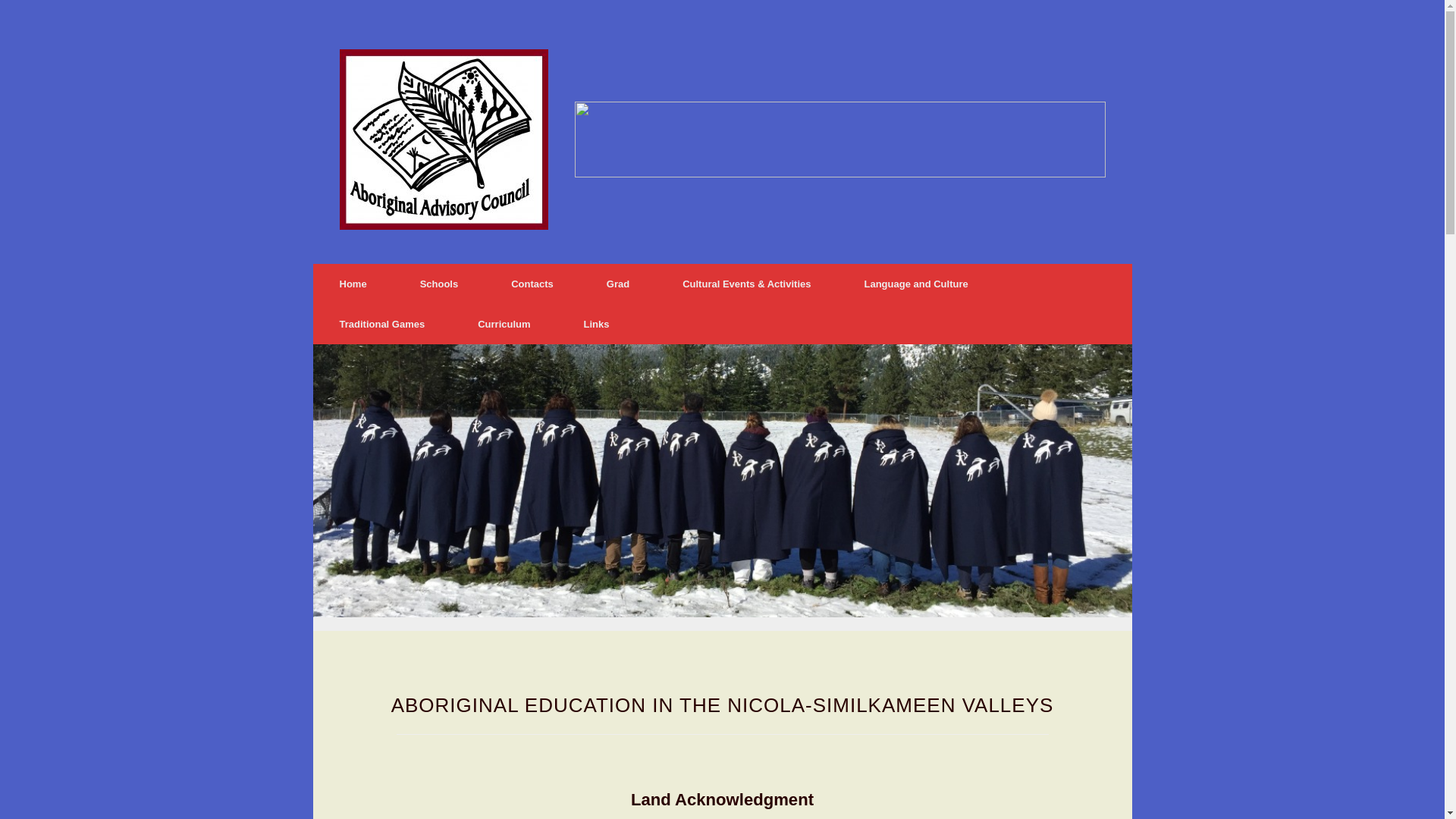 This screenshot has width=1456, height=819. Describe the element at coordinates (596, 323) in the screenshot. I see `'Links'` at that location.